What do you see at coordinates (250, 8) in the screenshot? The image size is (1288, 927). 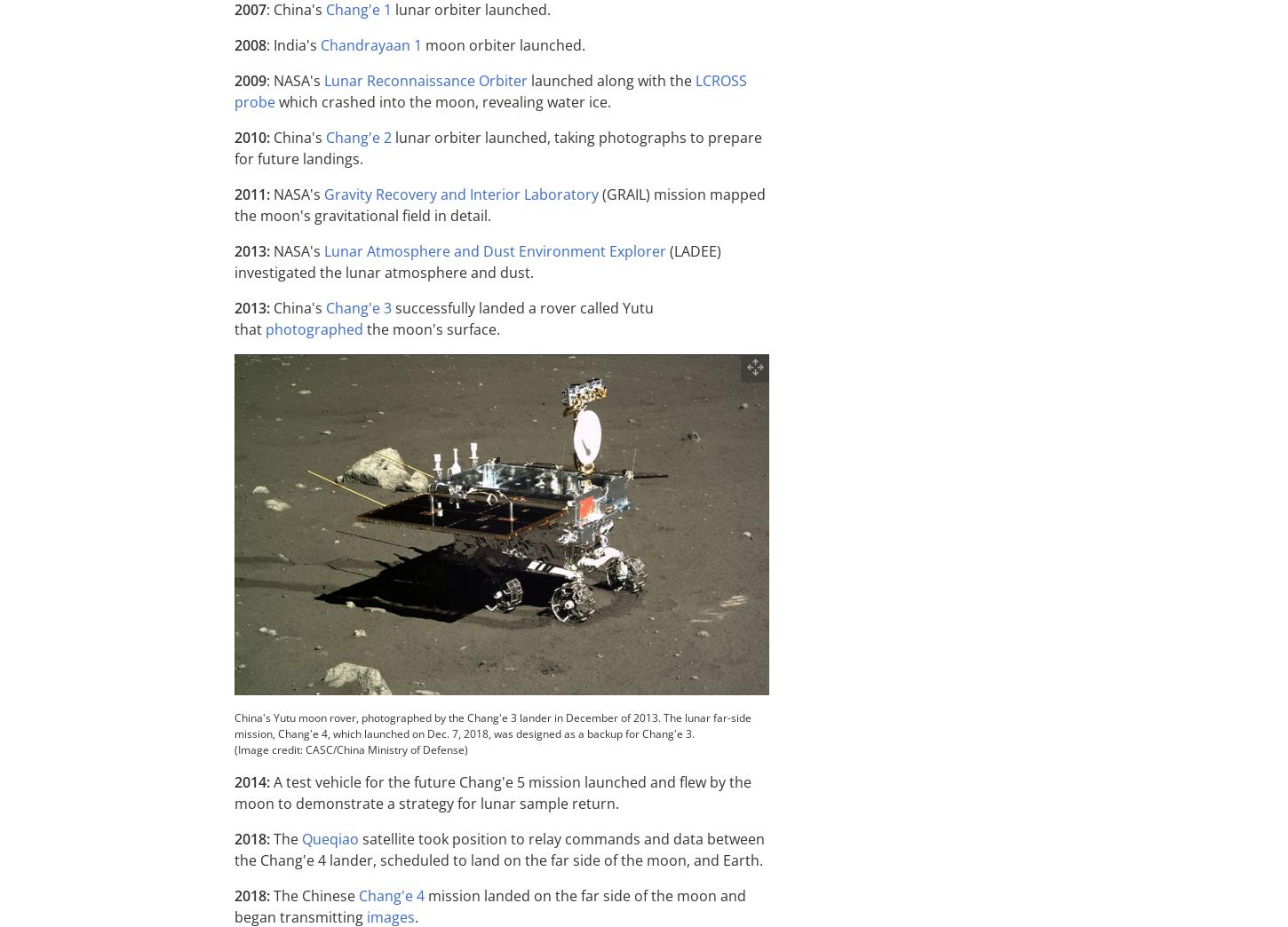 I see `'2007'` at bounding box center [250, 8].